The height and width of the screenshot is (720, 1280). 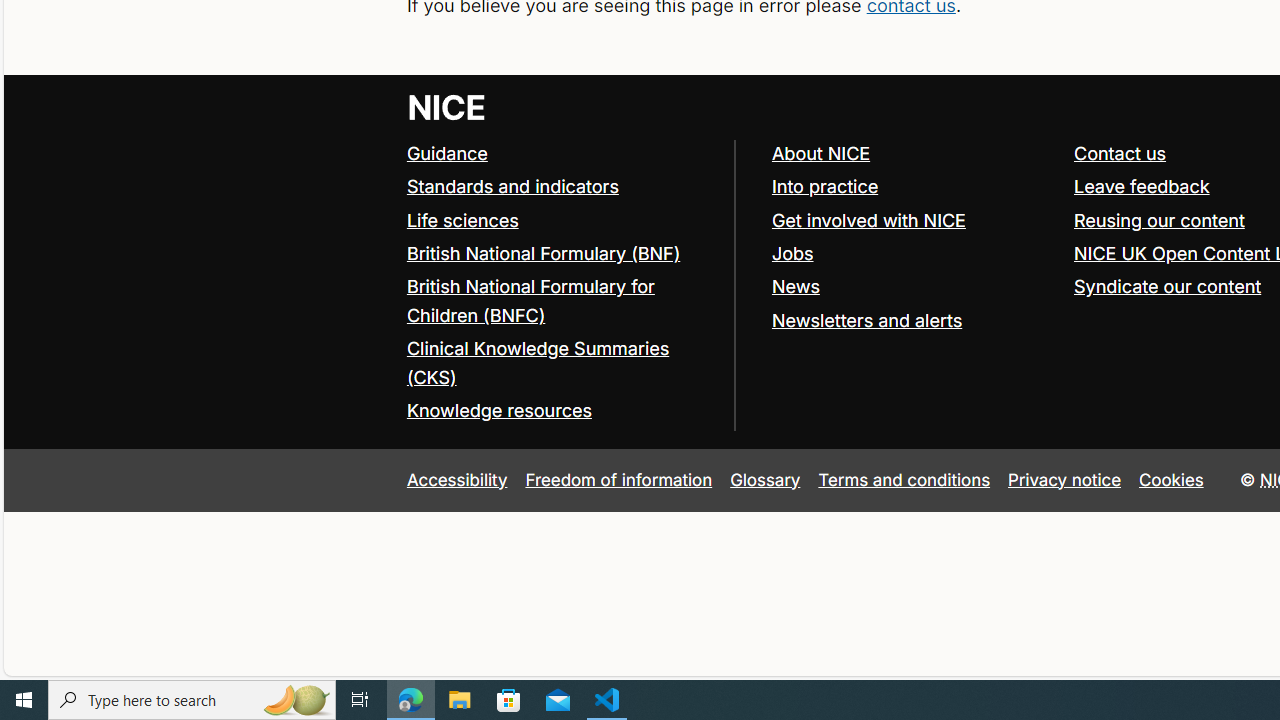 I want to click on 'Accessibility', so click(x=455, y=479).